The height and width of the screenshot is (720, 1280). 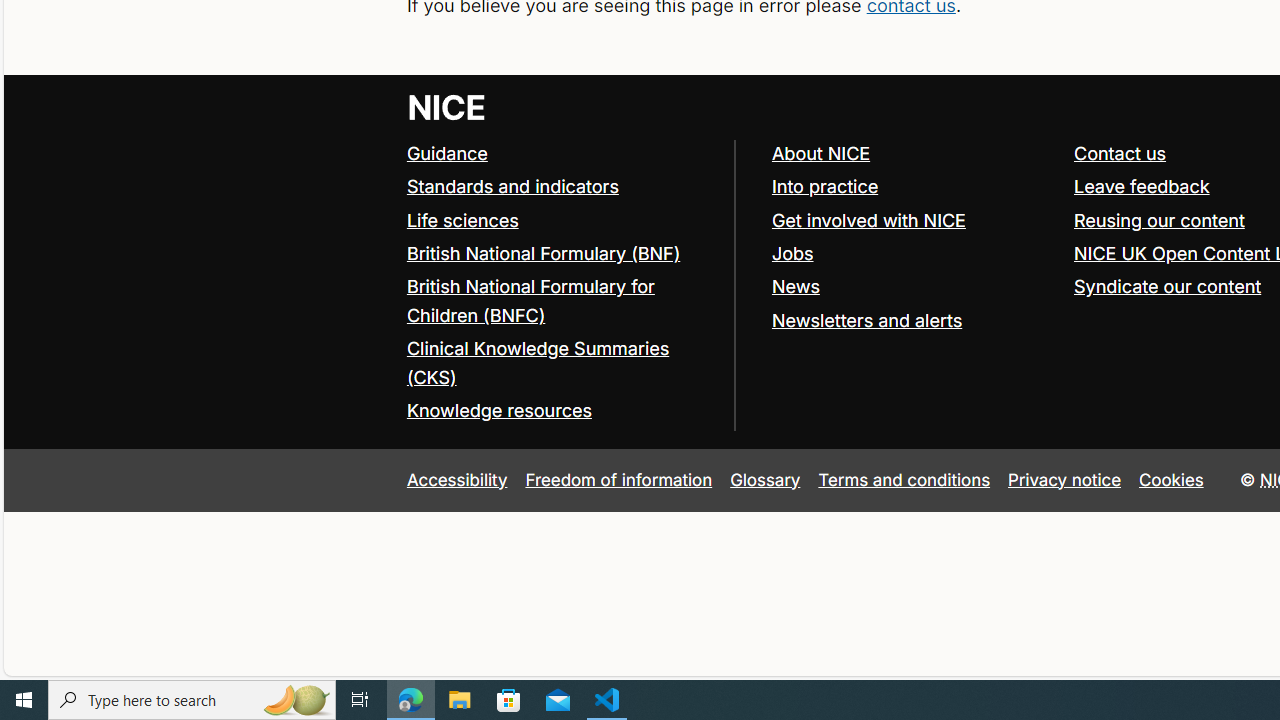 I want to click on 'Accessibility', so click(x=455, y=479).